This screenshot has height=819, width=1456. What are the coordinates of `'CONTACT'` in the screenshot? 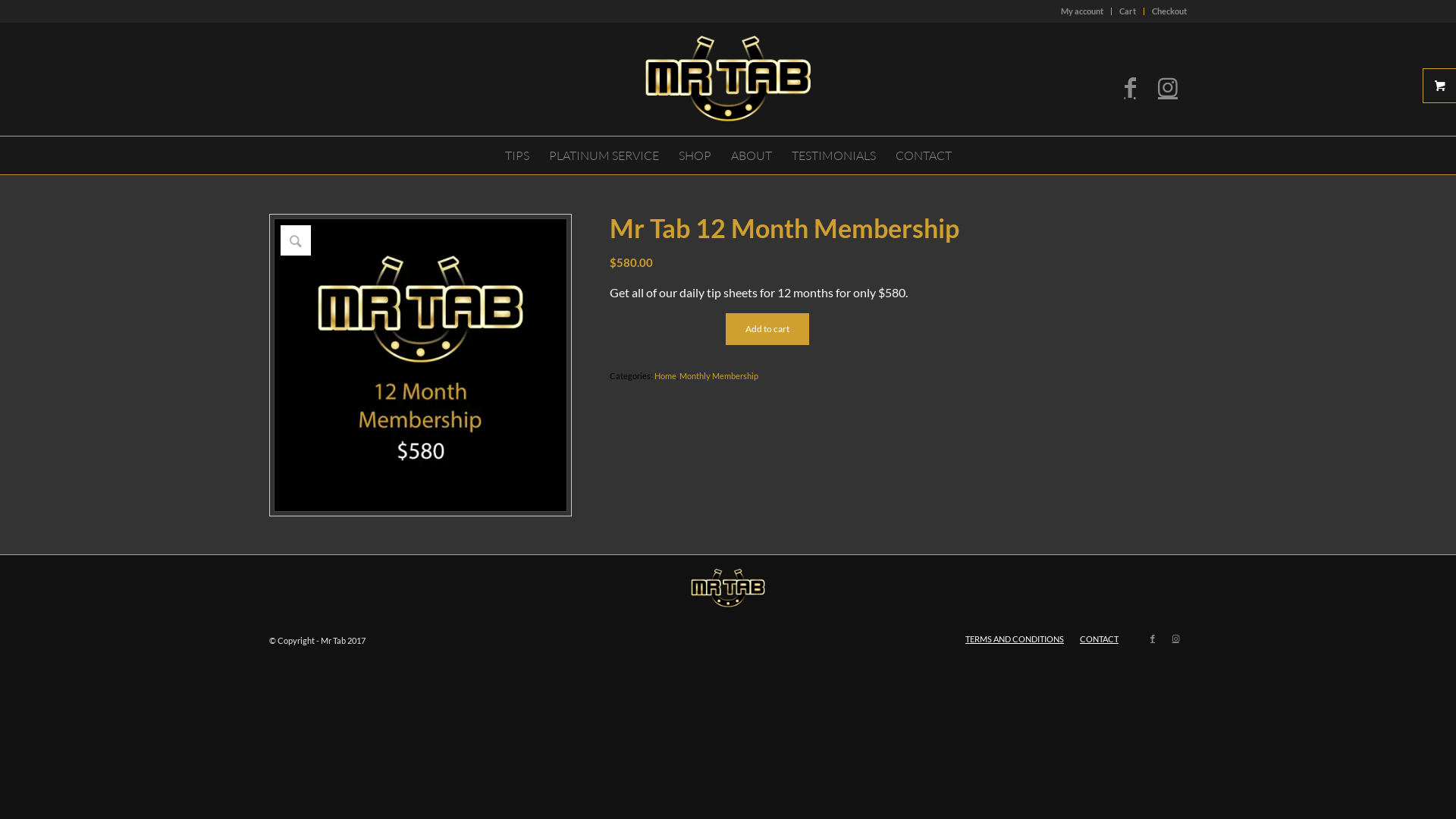 It's located at (923, 155).